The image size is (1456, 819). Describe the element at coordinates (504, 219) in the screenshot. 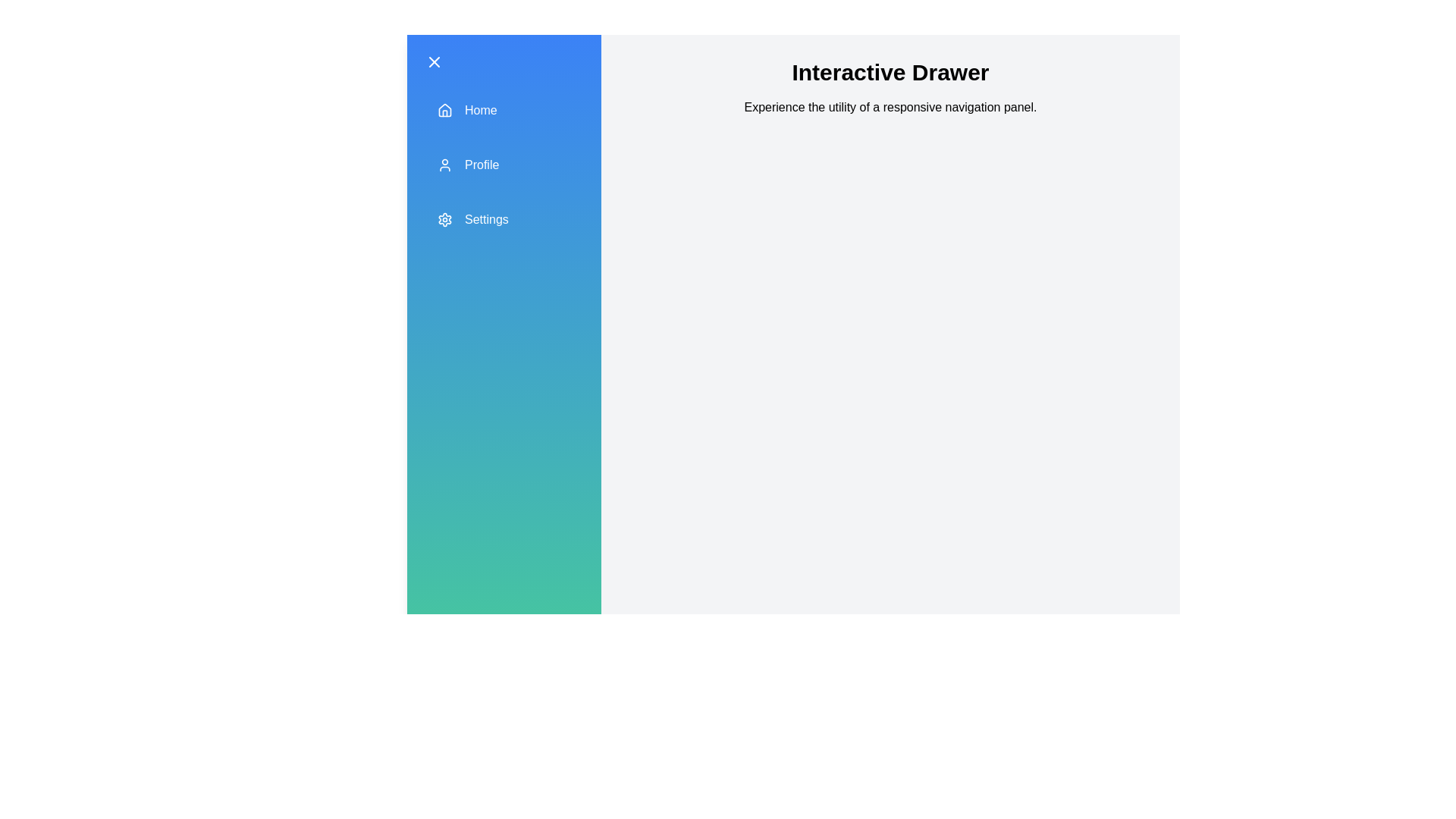

I see `the drawer item labeled Settings to observe the hover effect` at that location.